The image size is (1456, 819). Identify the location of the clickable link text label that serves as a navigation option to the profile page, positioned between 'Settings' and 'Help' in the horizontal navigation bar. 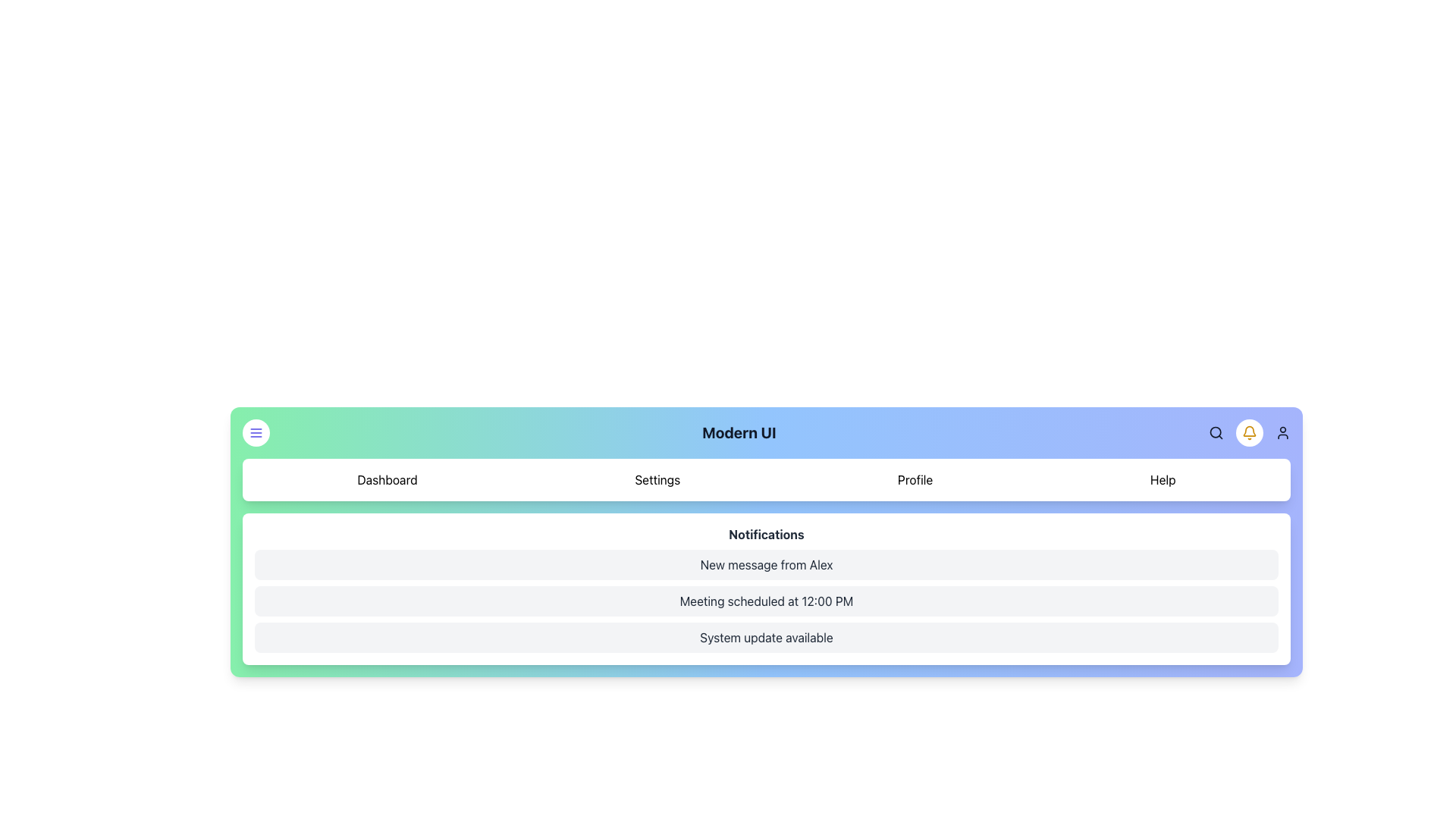
(915, 479).